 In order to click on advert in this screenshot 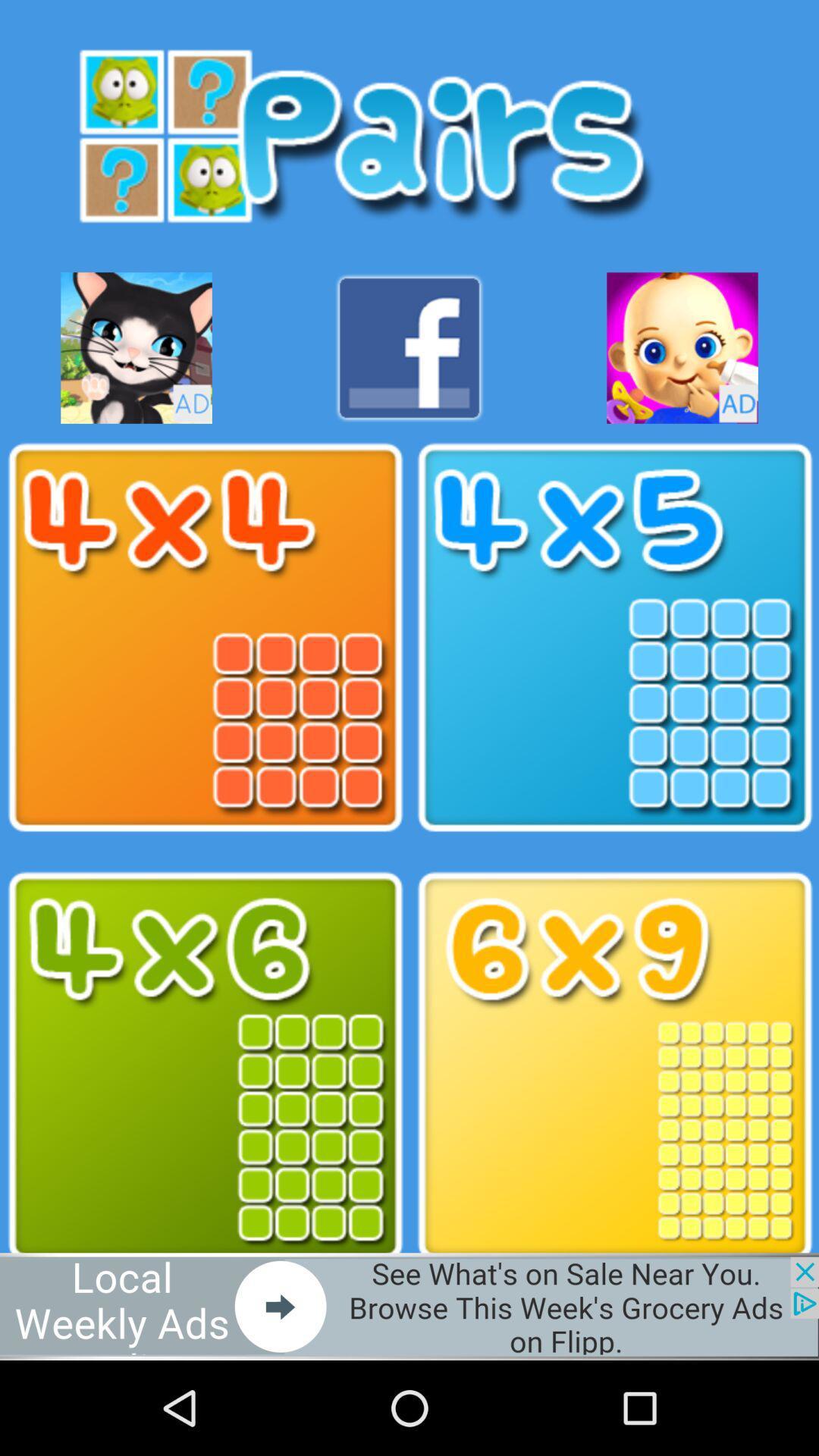, I will do `click(136, 347)`.